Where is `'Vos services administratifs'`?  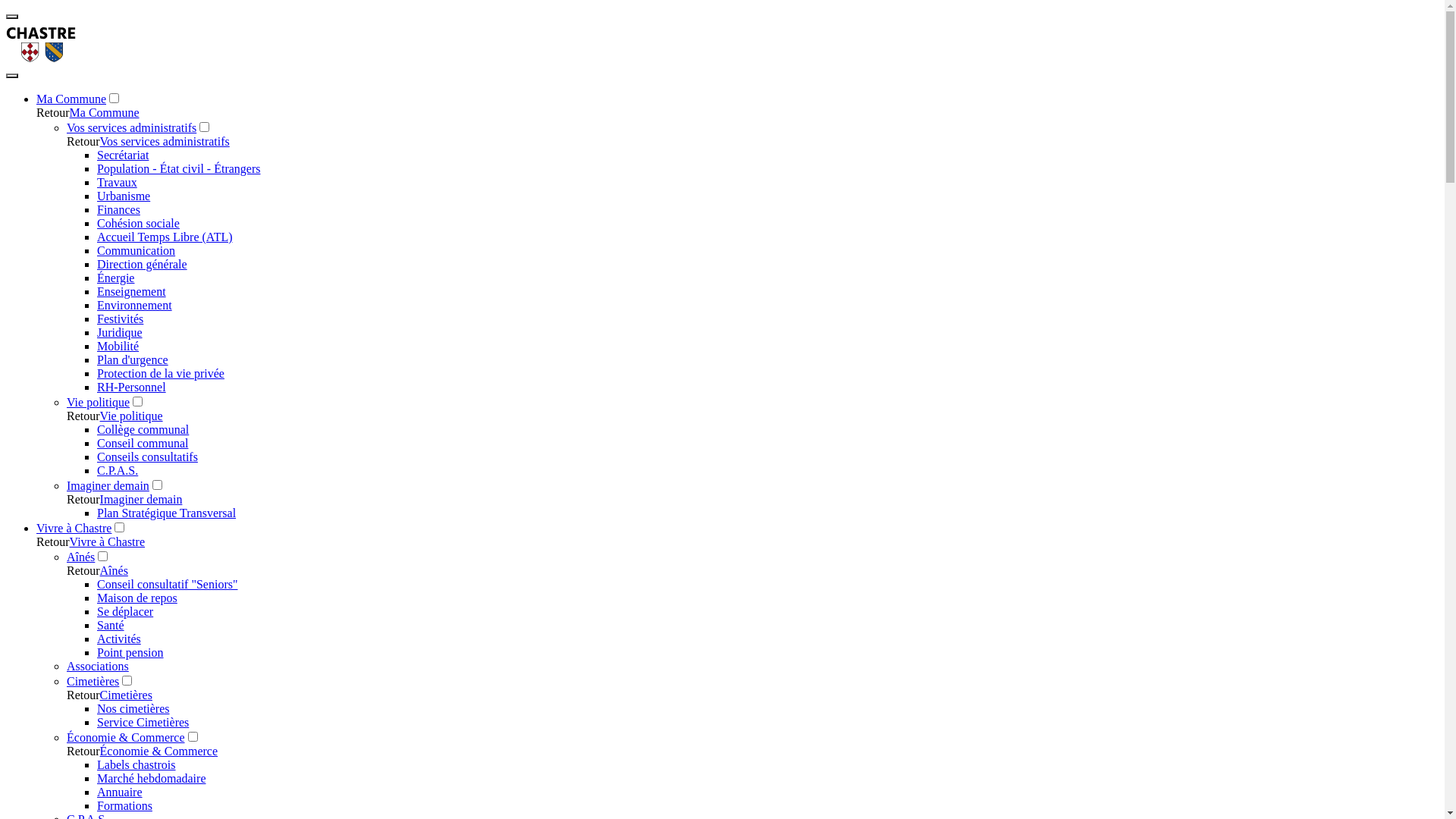 'Vos services administratifs' is located at coordinates (131, 127).